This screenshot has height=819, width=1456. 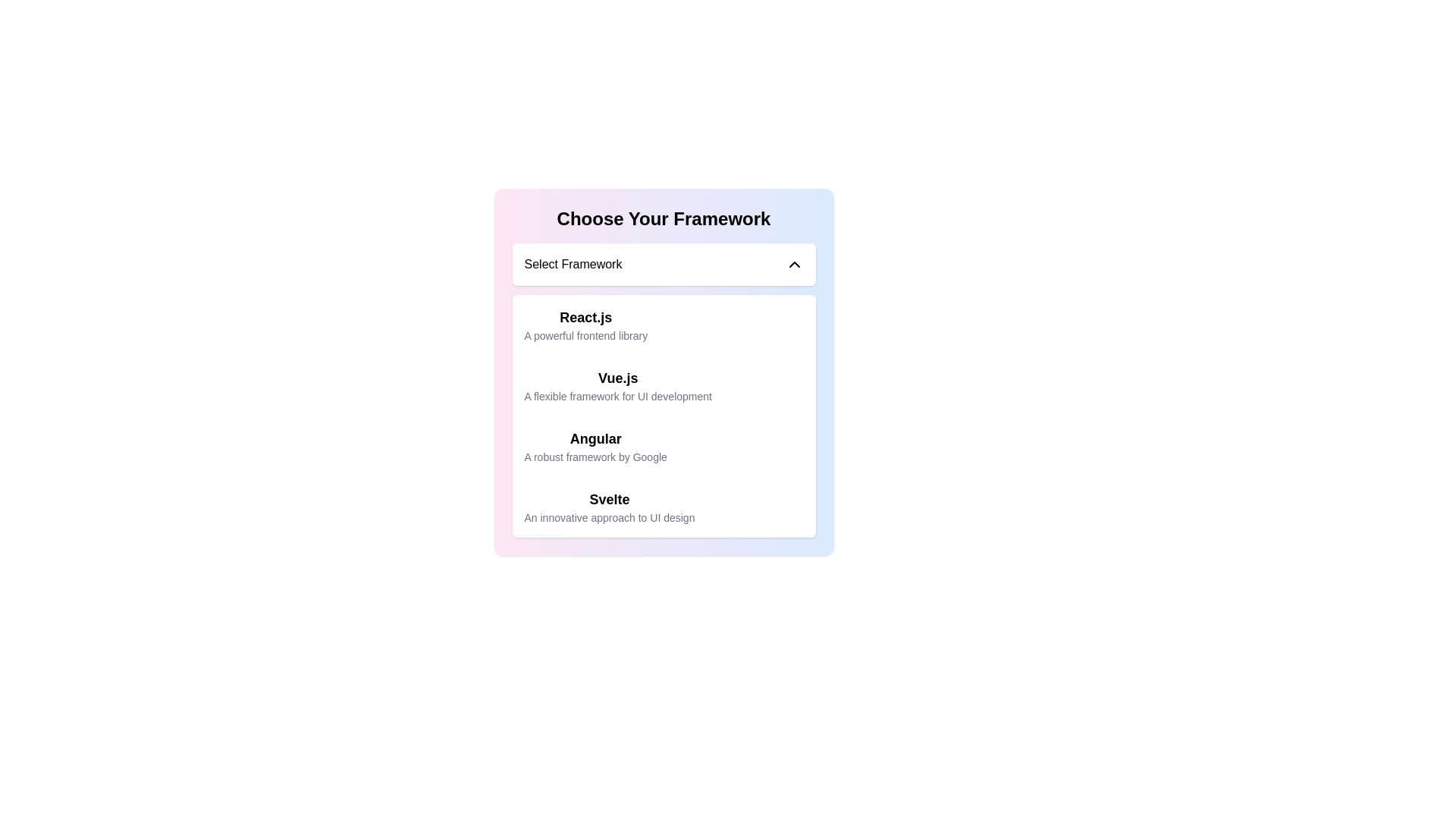 I want to click on the upward-pointing chevron icon located on the rightmost side of the 'Select Framework' button, so click(x=793, y=263).